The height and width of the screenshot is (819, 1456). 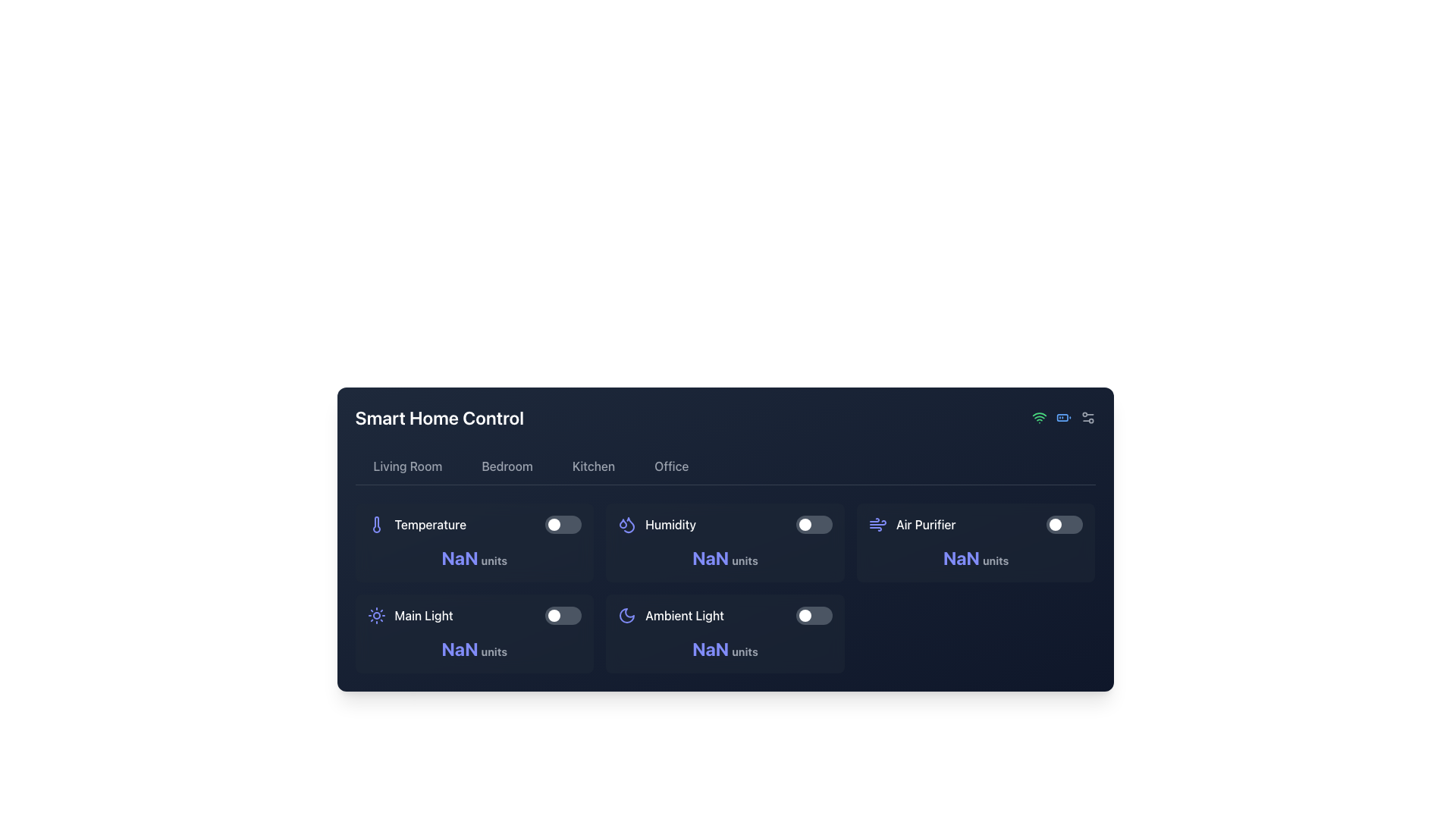 I want to click on the gear-shaped settings icon located on the far right of the header bar, adjacent to Wi-Fi and battery icons, so click(x=1087, y=418).